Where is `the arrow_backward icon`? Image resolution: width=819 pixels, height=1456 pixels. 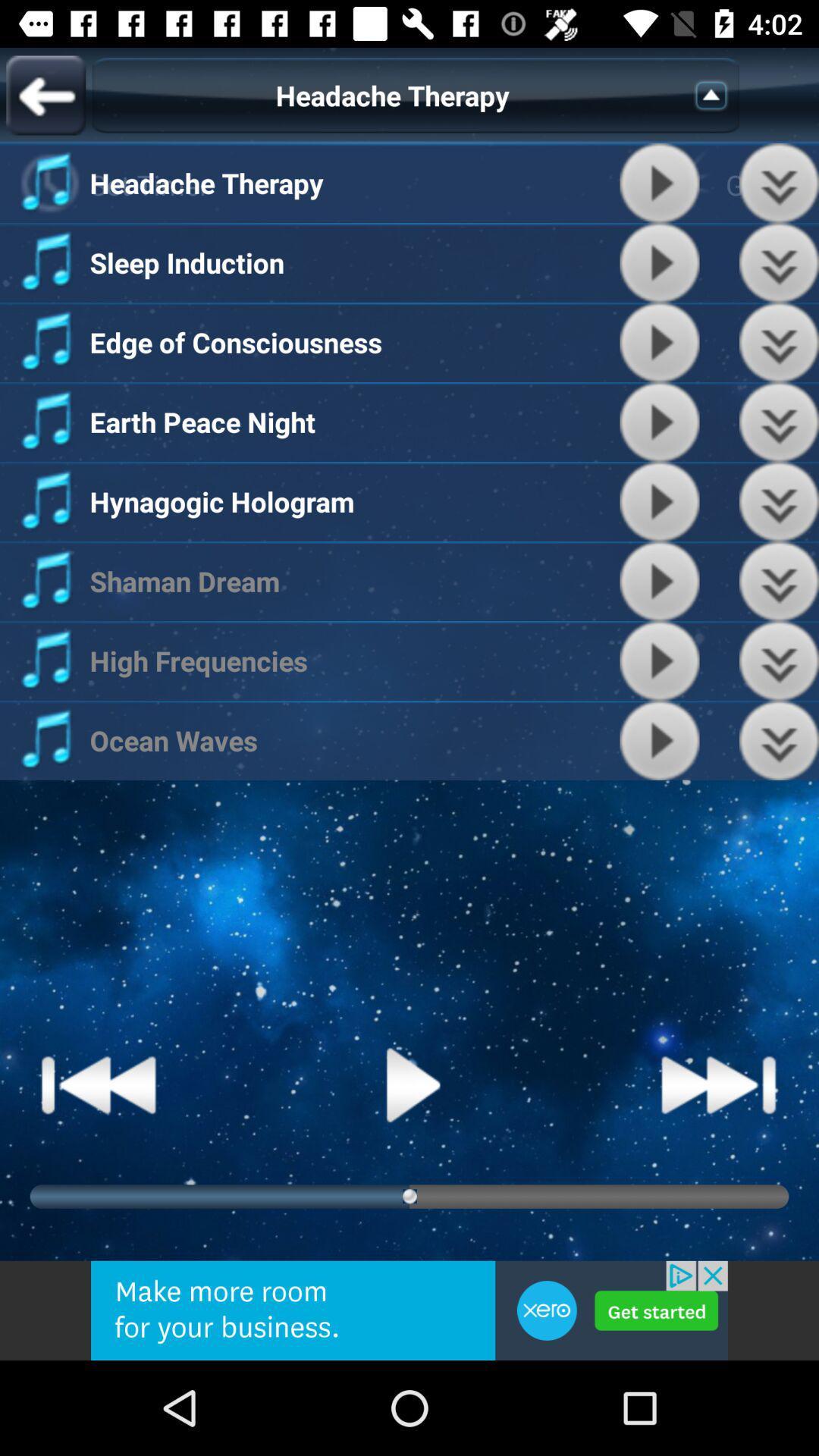 the arrow_backward icon is located at coordinates (45, 94).